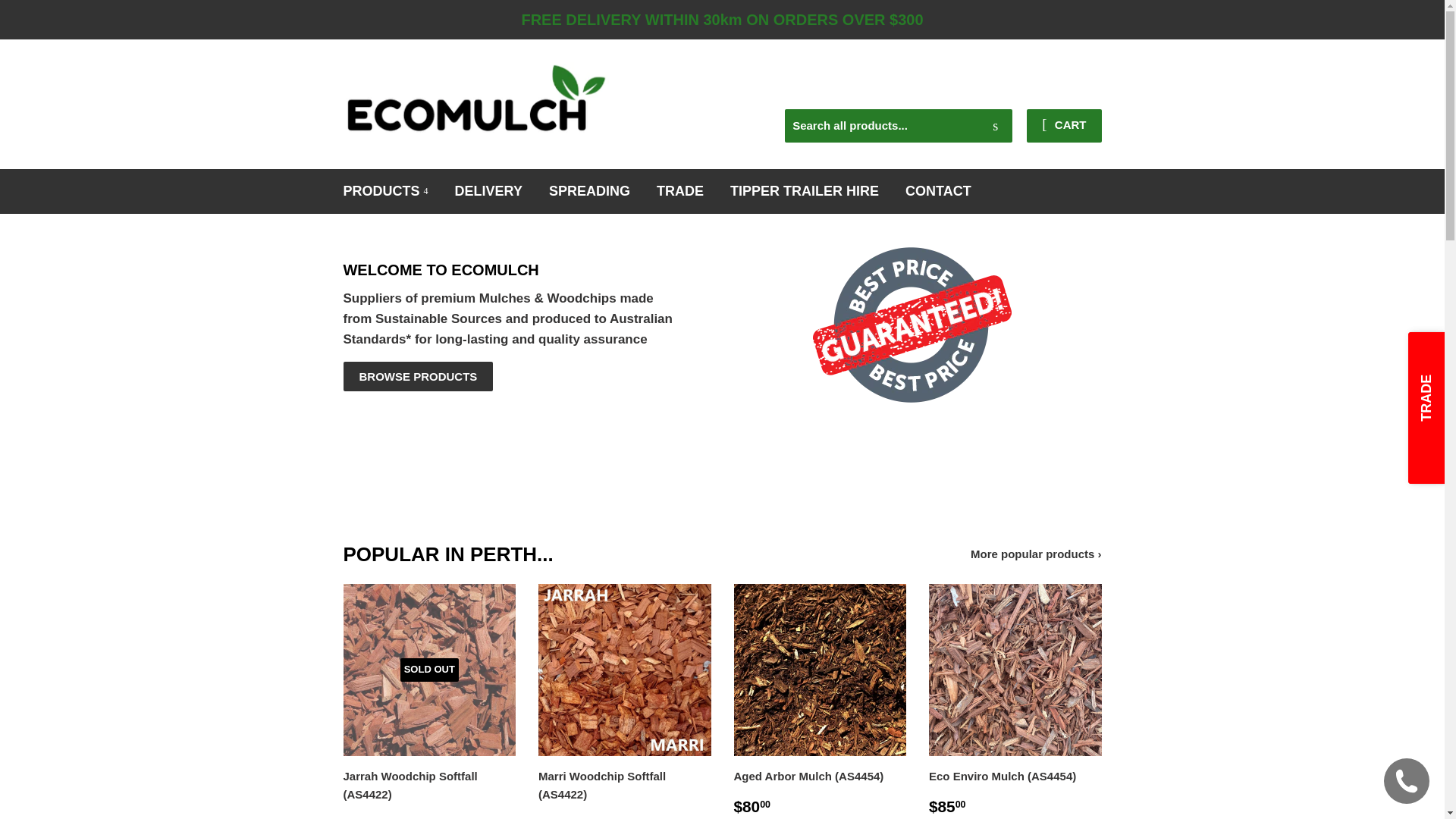 Image resolution: width=1456 pixels, height=819 pixels. What do you see at coordinates (995, 125) in the screenshot?
I see `'Search'` at bounding box center [995, 125].